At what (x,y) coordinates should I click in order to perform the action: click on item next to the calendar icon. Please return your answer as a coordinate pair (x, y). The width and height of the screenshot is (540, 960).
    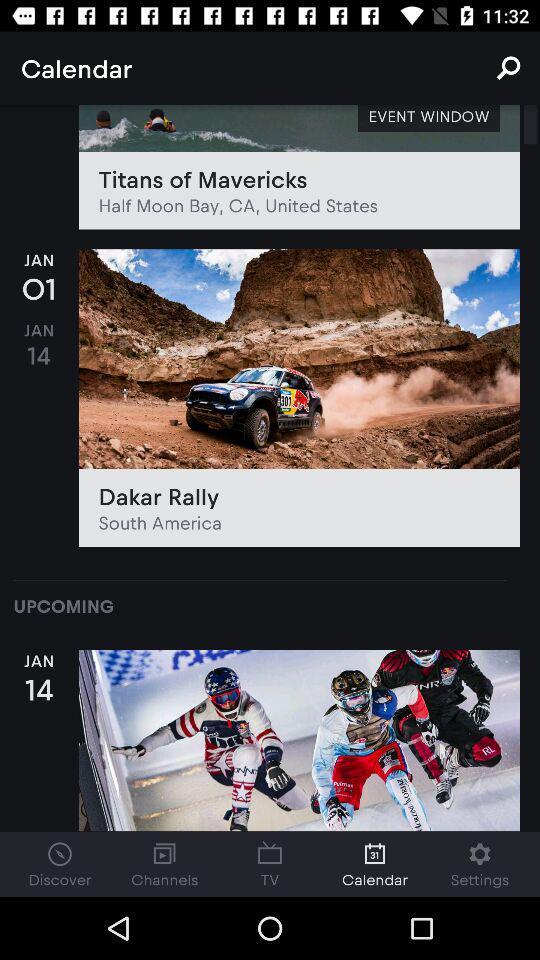
    Looking at the image, I should click on (508, 68).